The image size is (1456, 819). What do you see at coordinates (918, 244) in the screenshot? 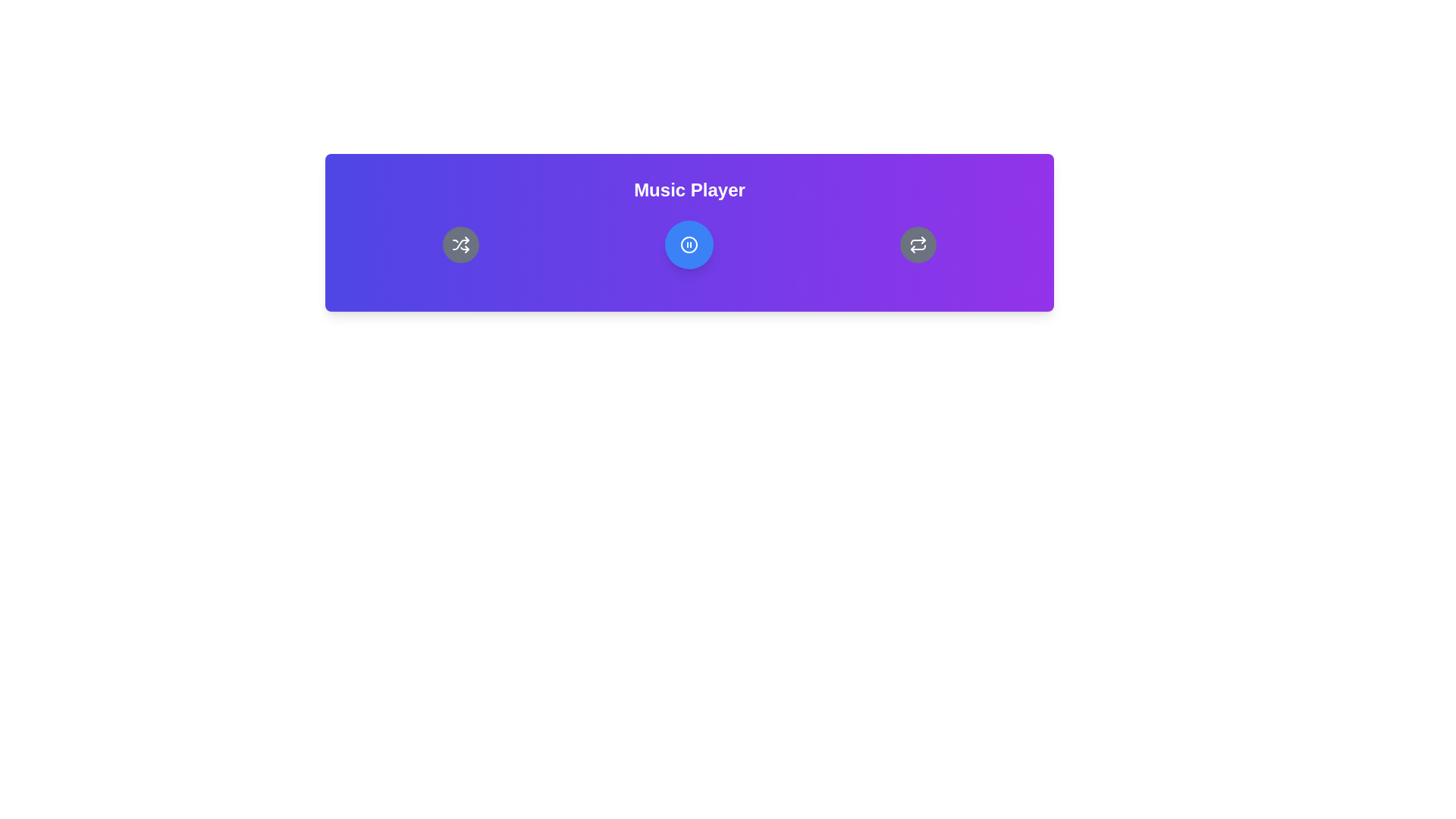
I see `the rightmost button with an icon` at bounding box center [918, 244].